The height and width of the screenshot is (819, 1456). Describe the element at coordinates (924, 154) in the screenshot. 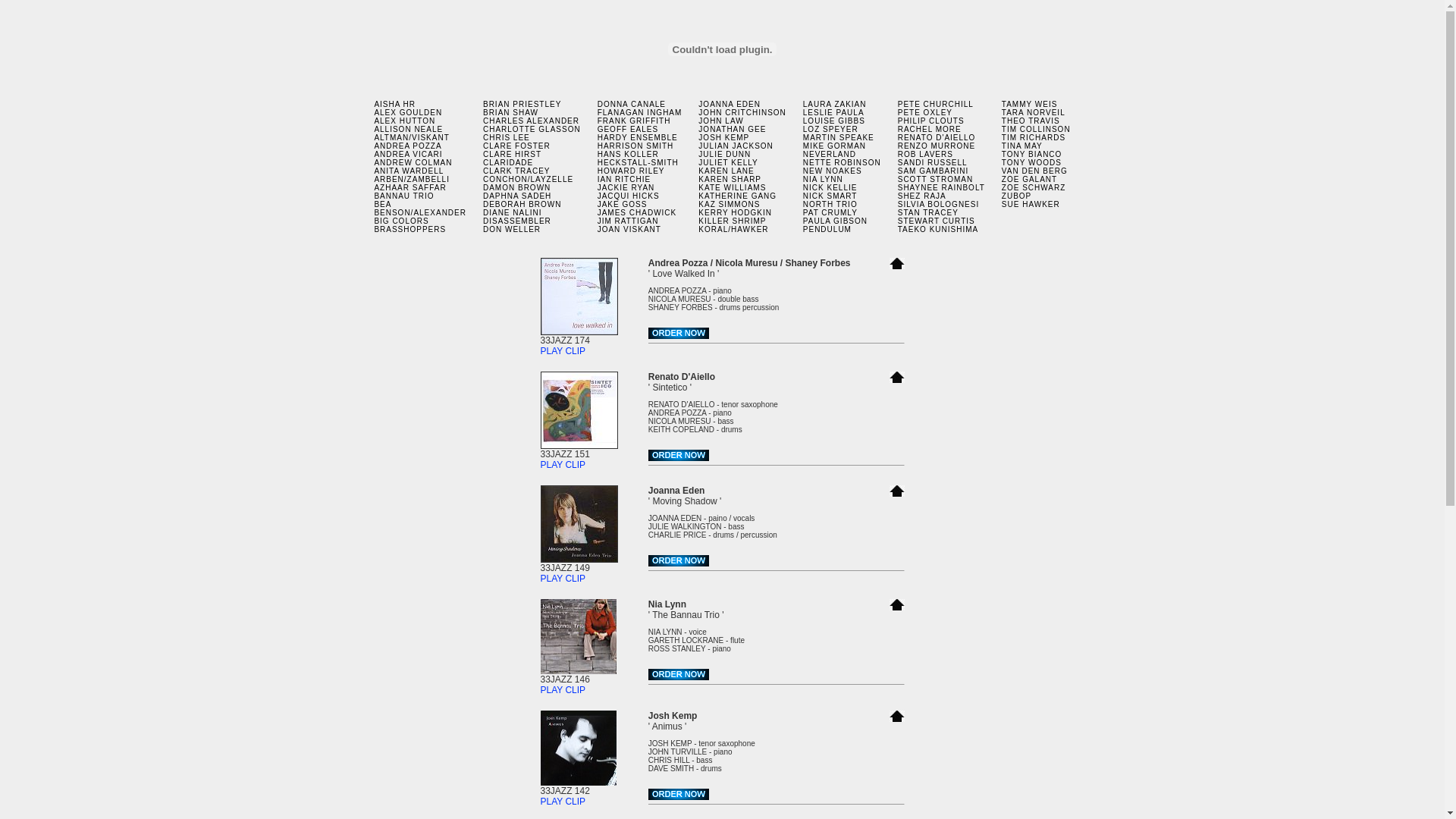

I see `'ROB LAVERS'` at that location.